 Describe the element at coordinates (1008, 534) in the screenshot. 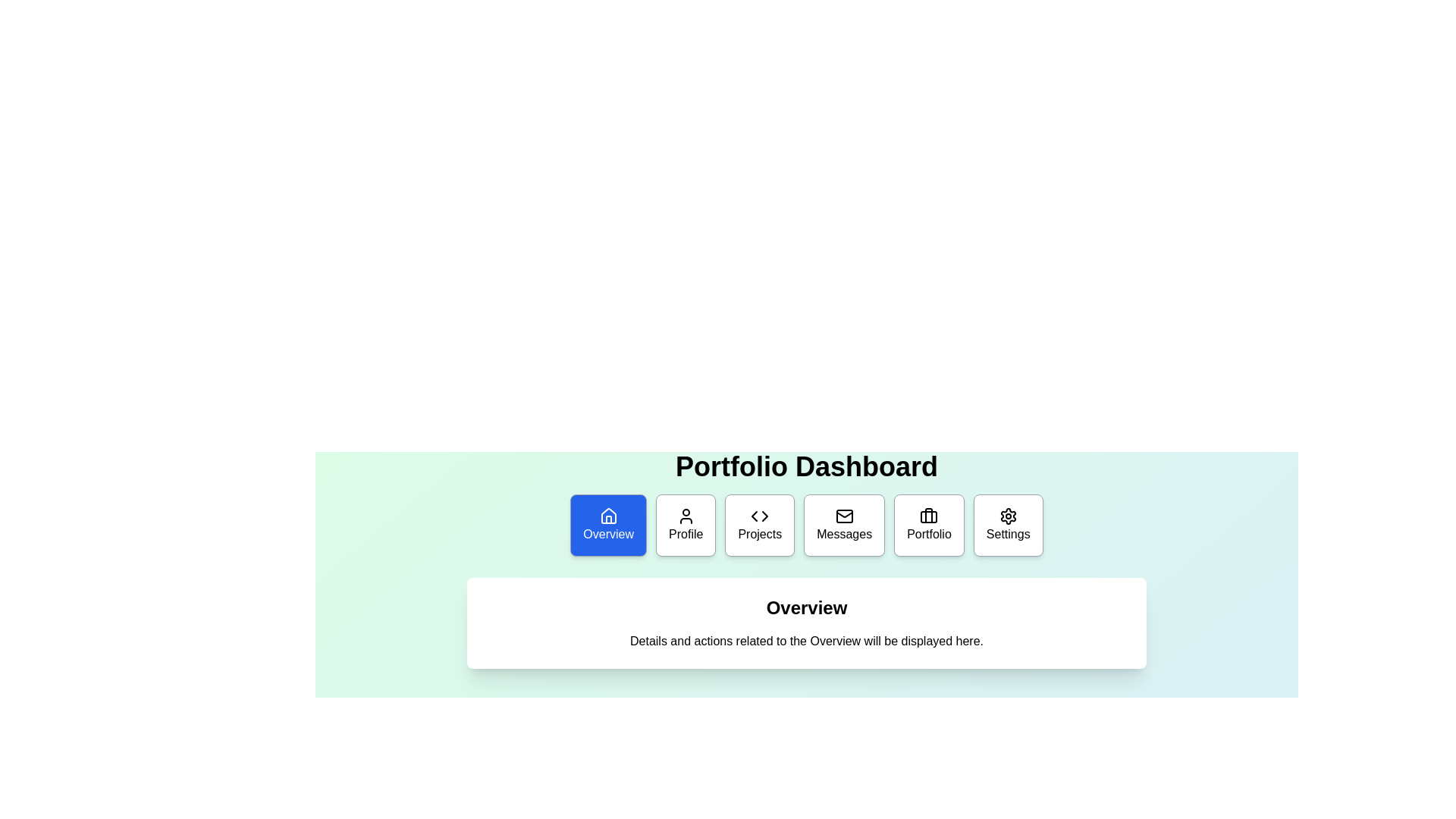

I see `the 'Settings' text label, which is the last item in the menu options following 'Overview', 'Profile', 'Projects', 'Messages', and 'Portfolio', and is associated with a gear icon` at that location.